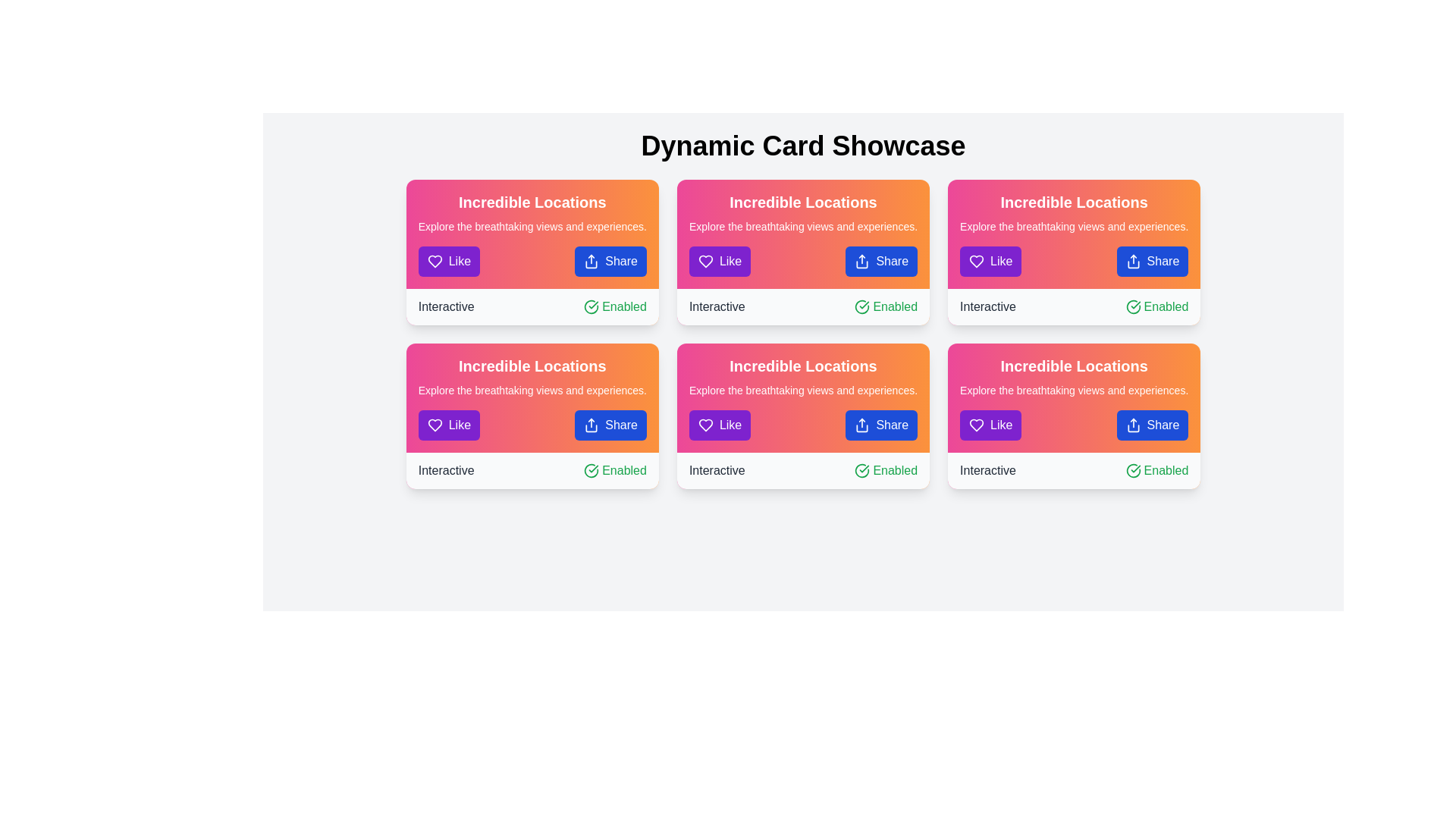  What do you see at coordinates (704, 425) in the screenshot?
I see `the purple heart icon associated with the 'Like' text, located in the second row and third column of the grid, to like the content` at bounding box center [704, 425].